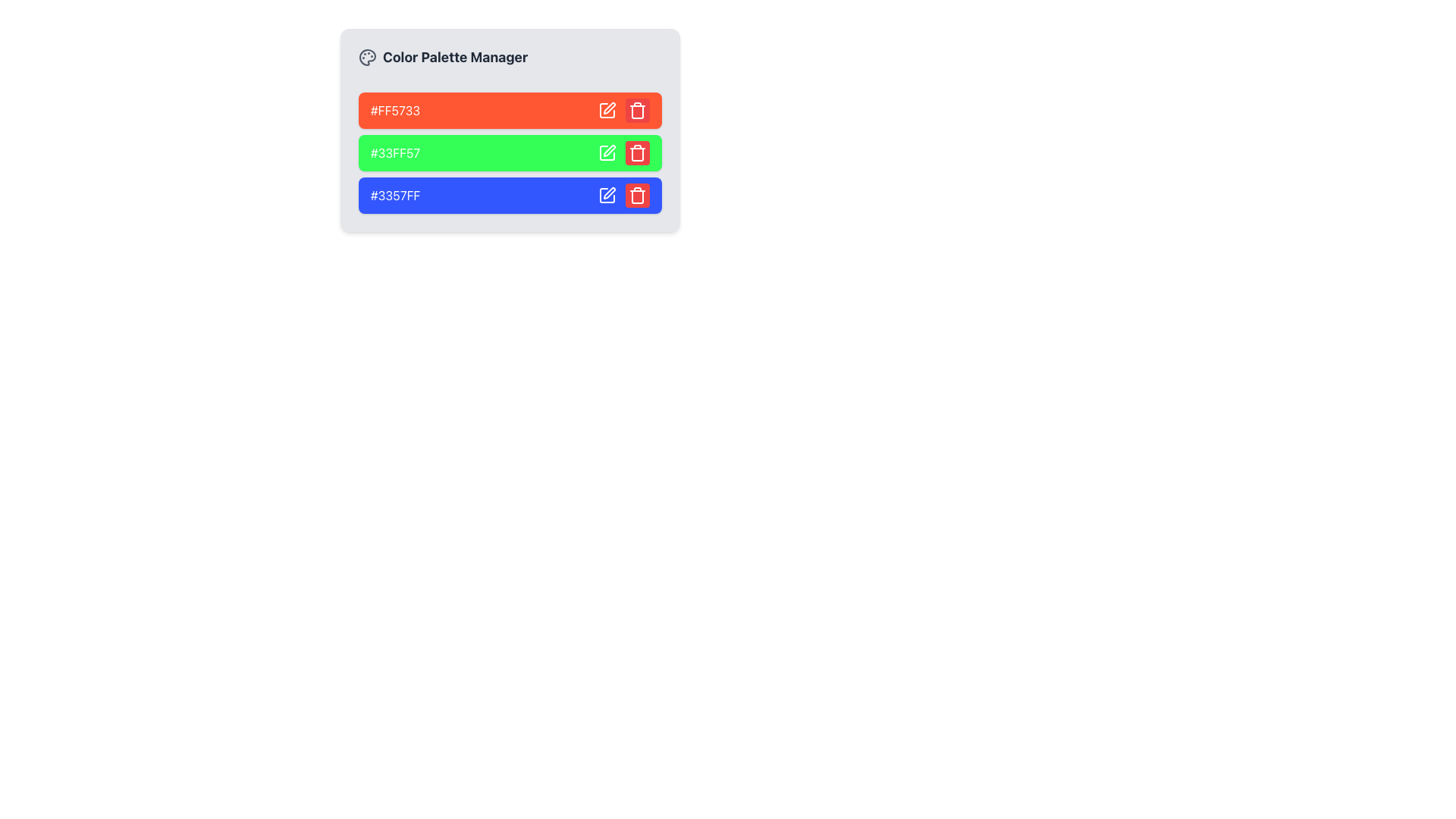  What do you see at coordinates (395, 110) in the screenshot?
I see `the Label displaying the hexadecimal code '#FF5733' in white text with a red background, located at the top of the Color Palette Manager section` at bounding box center [395, 110].